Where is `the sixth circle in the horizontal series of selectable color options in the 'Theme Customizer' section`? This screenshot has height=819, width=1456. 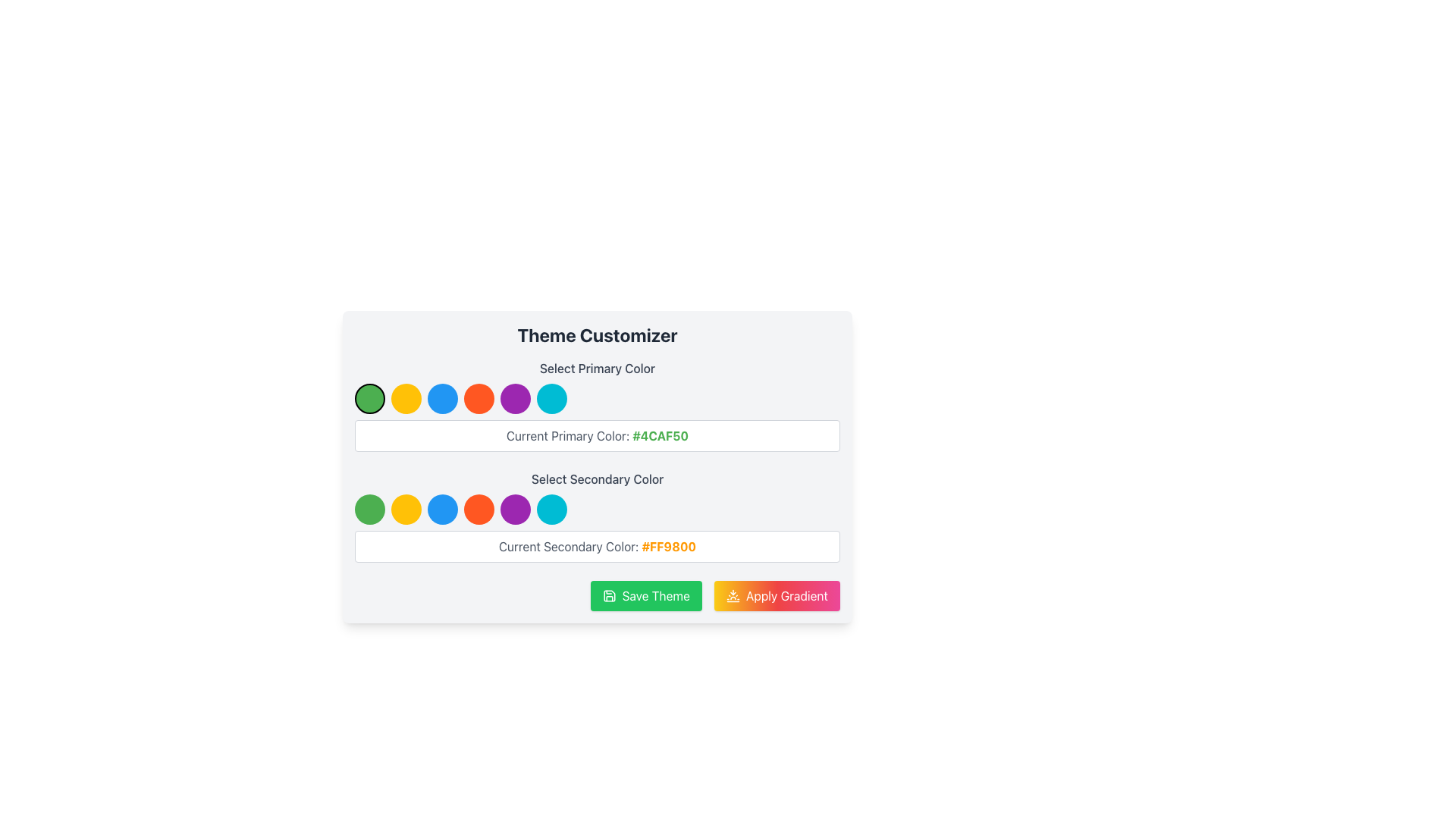 the sixth circle in the horizontal series of selectable color options in the 'Theme Customizer' section is located at coordinates (551, 397).